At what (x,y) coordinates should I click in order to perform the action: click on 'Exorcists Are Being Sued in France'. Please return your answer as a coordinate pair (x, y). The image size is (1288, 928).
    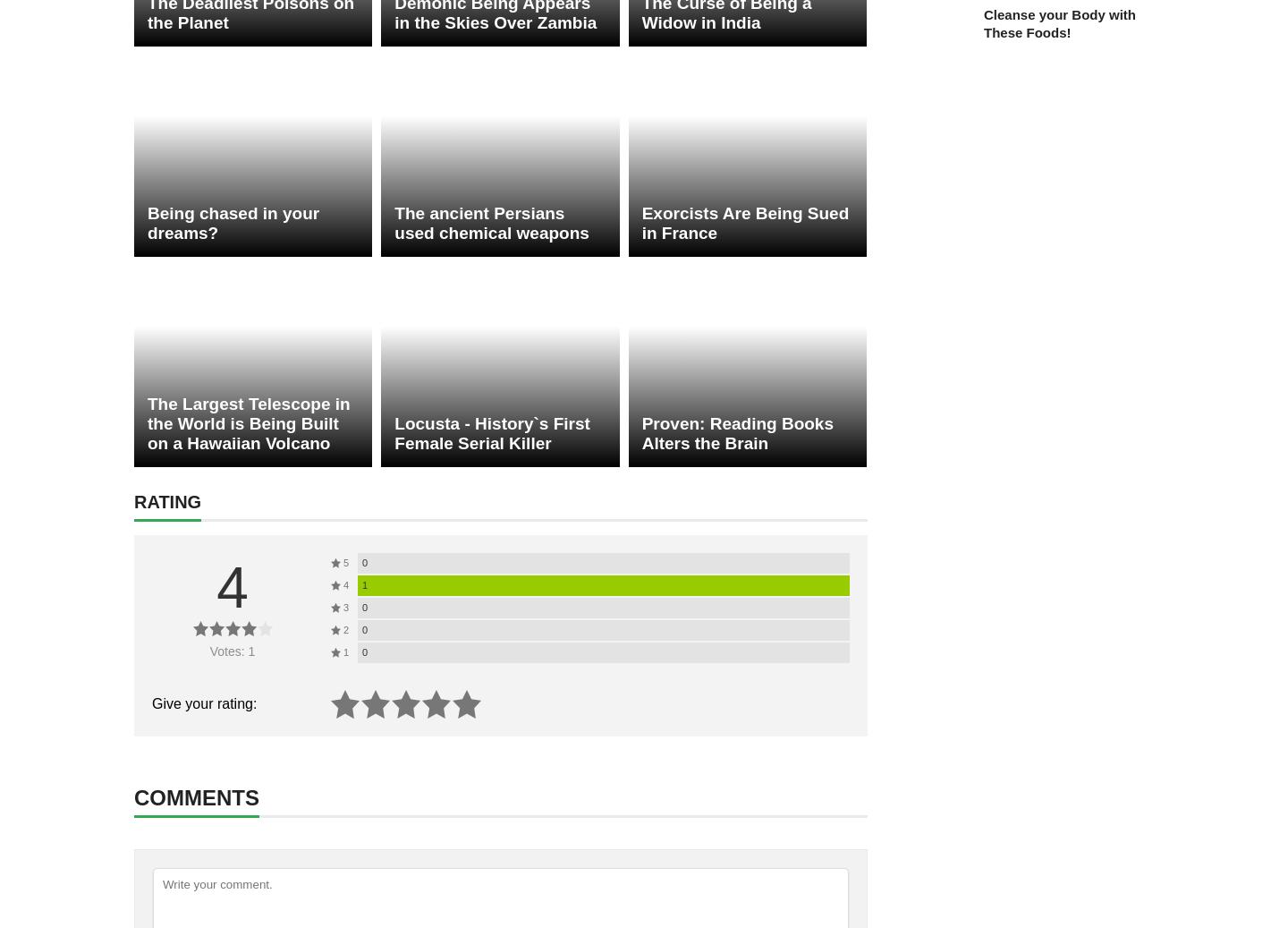
    Looking at the image, I should click on (745, 222).